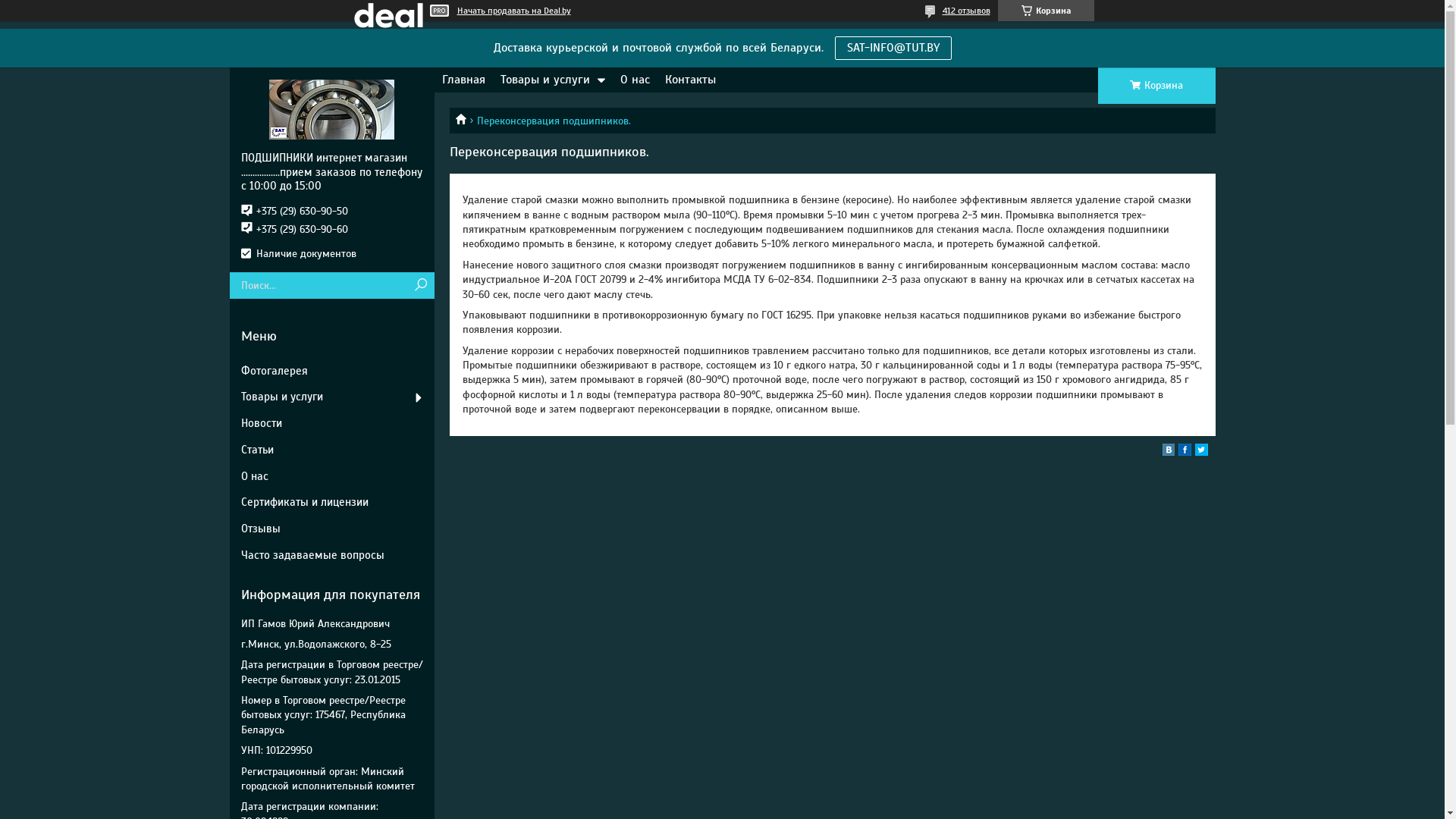  What do you see at coordinates (892, 47) in the screenshot?
I see `'SAT-INFO@TUT.BY'` at bounding box center [892, 47].